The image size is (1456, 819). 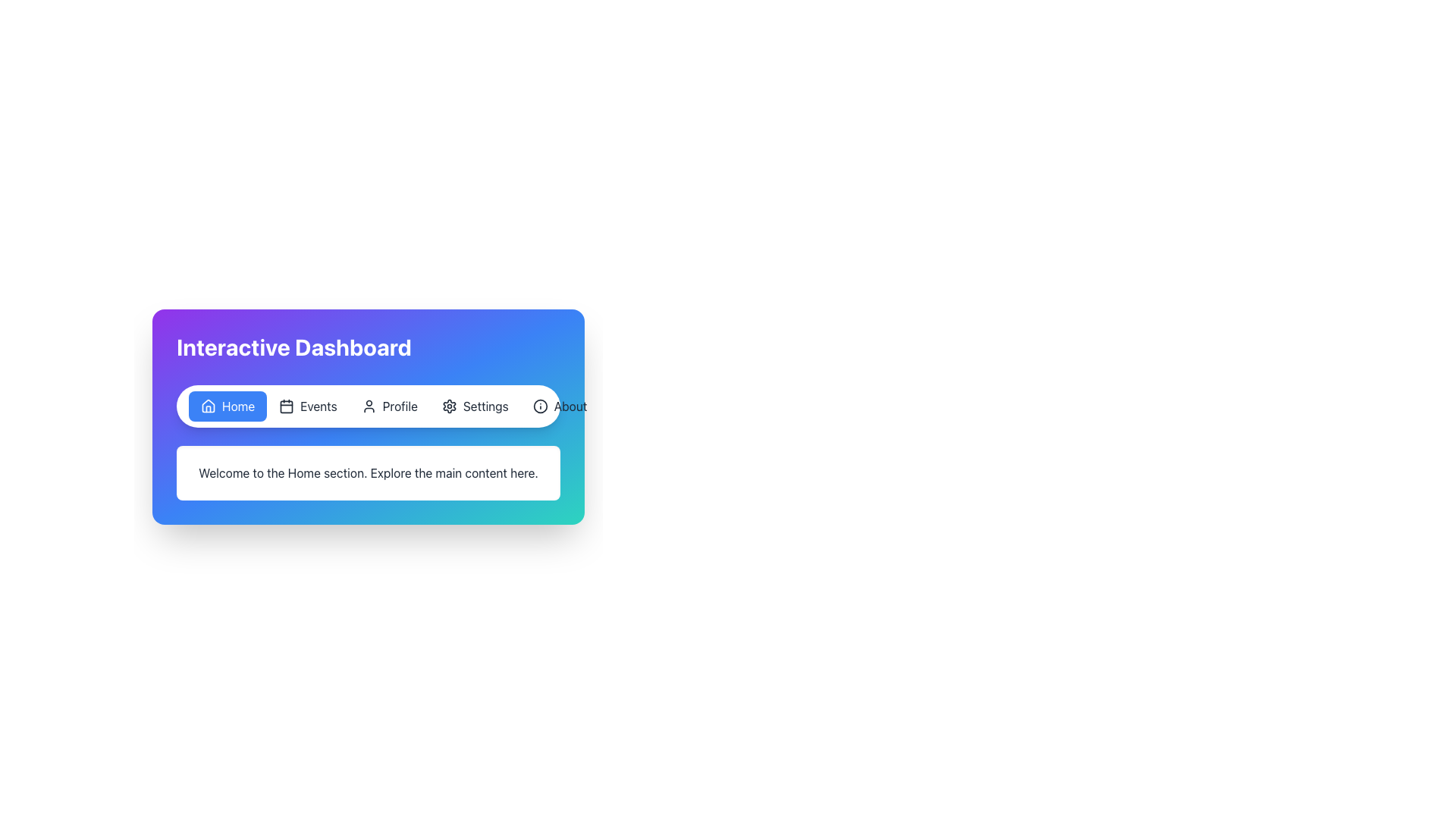 What do you see at coordinates (318, 406) in the screenshot?
I see `the 'Events' navigation label in the second position of the navigation menu` at bounding box center [318, 406].